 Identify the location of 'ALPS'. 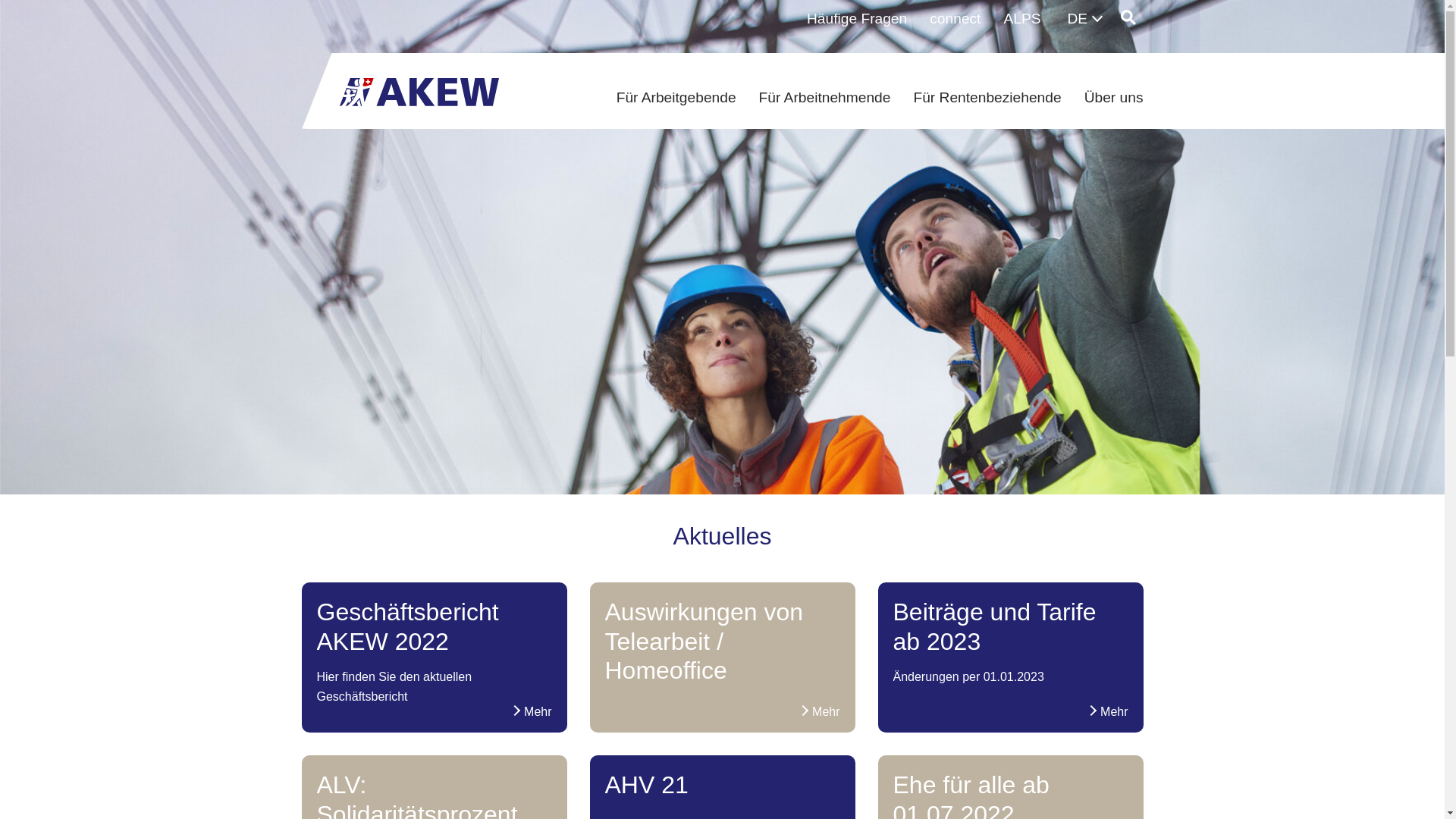
(1021, 19).